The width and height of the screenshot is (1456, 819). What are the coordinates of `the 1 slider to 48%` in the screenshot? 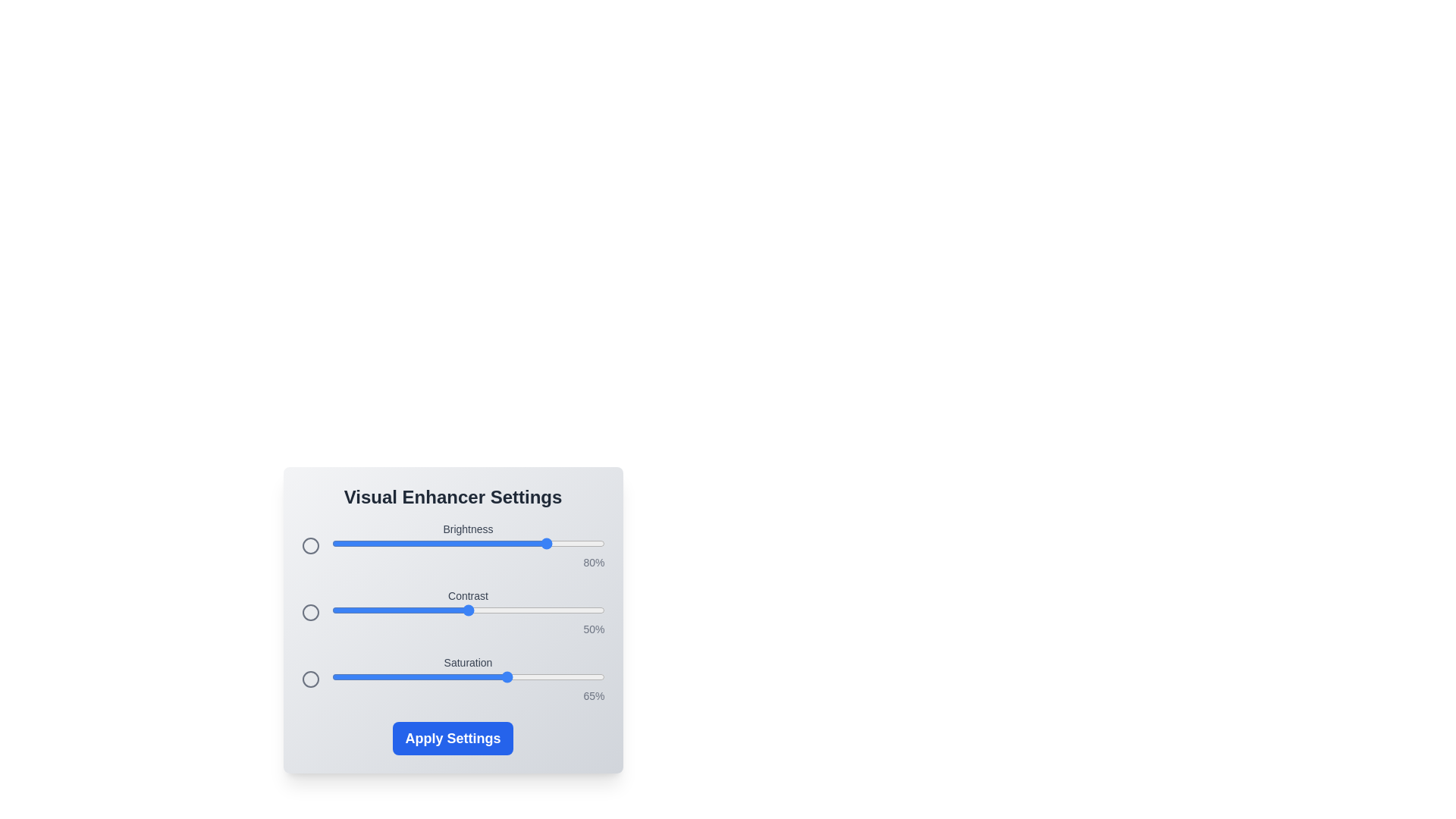 It's located at (462, 610).